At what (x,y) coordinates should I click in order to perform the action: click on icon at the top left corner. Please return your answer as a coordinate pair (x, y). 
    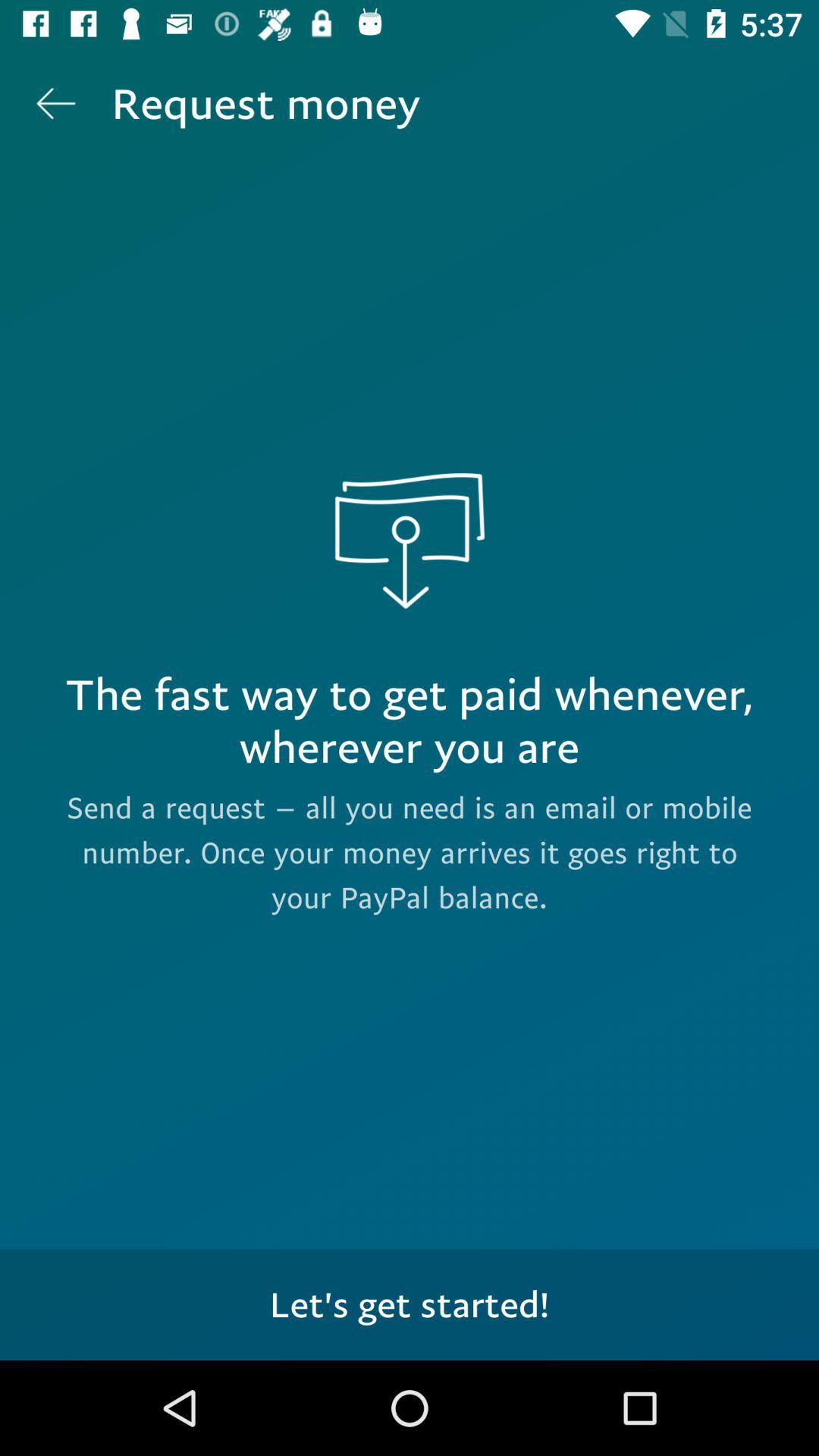
    Looking at the image, I should click on (55, 102).